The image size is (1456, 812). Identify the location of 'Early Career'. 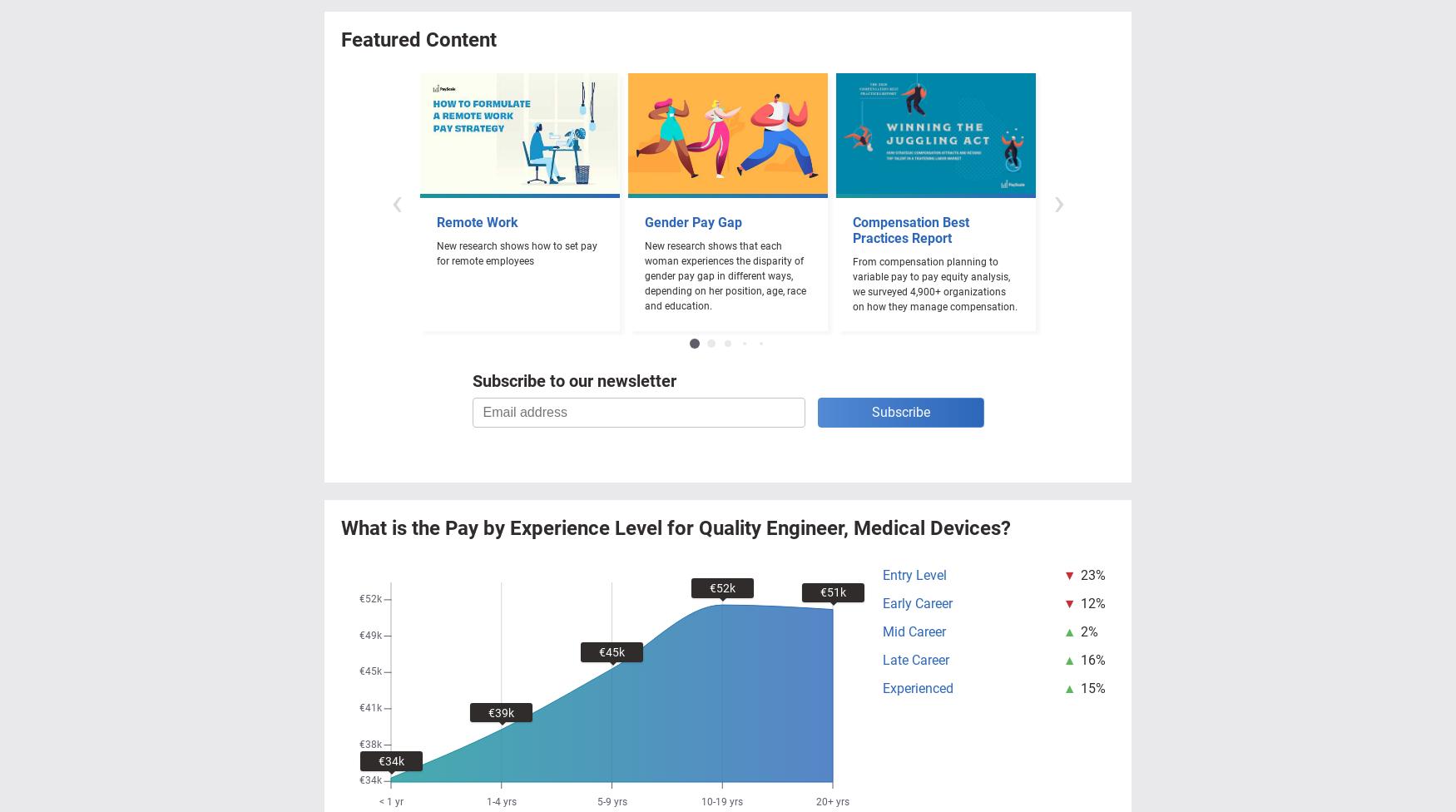
(918, 602).